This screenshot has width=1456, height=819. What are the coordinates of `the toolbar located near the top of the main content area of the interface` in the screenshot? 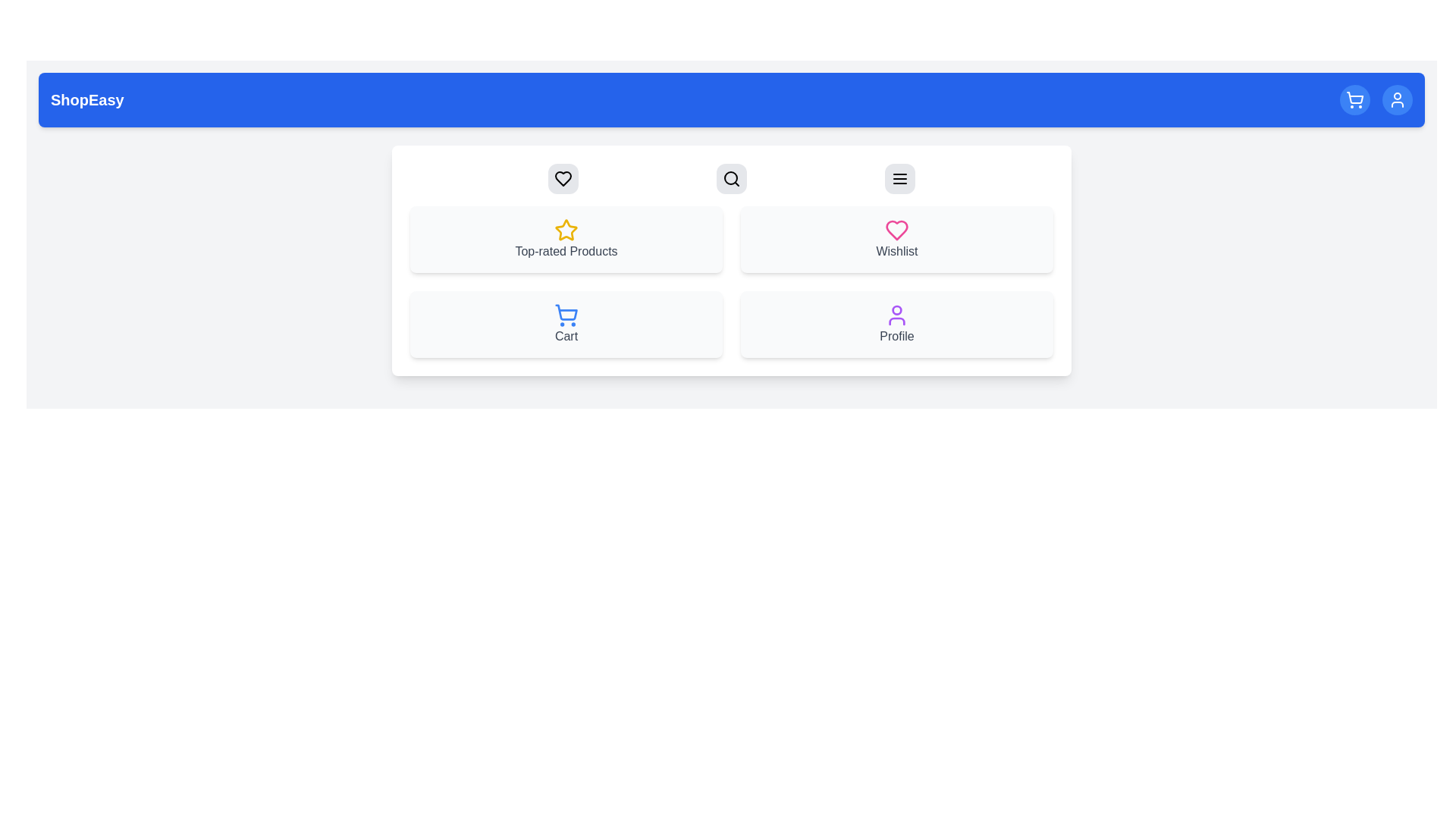 It's located at (731, 177).